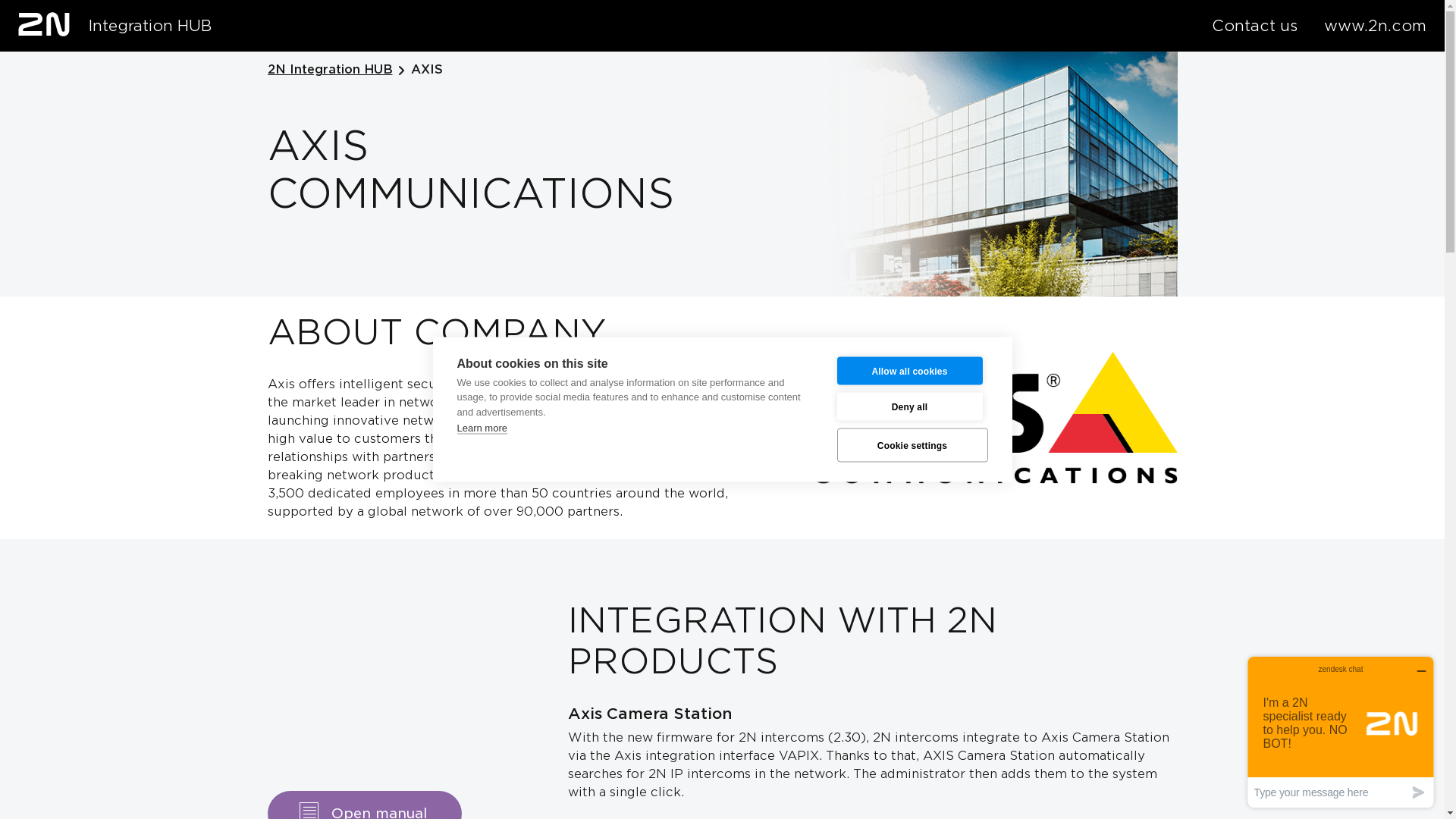 The image size is (1456, 819). I want to click on 'Learn more', so click(480, 427).